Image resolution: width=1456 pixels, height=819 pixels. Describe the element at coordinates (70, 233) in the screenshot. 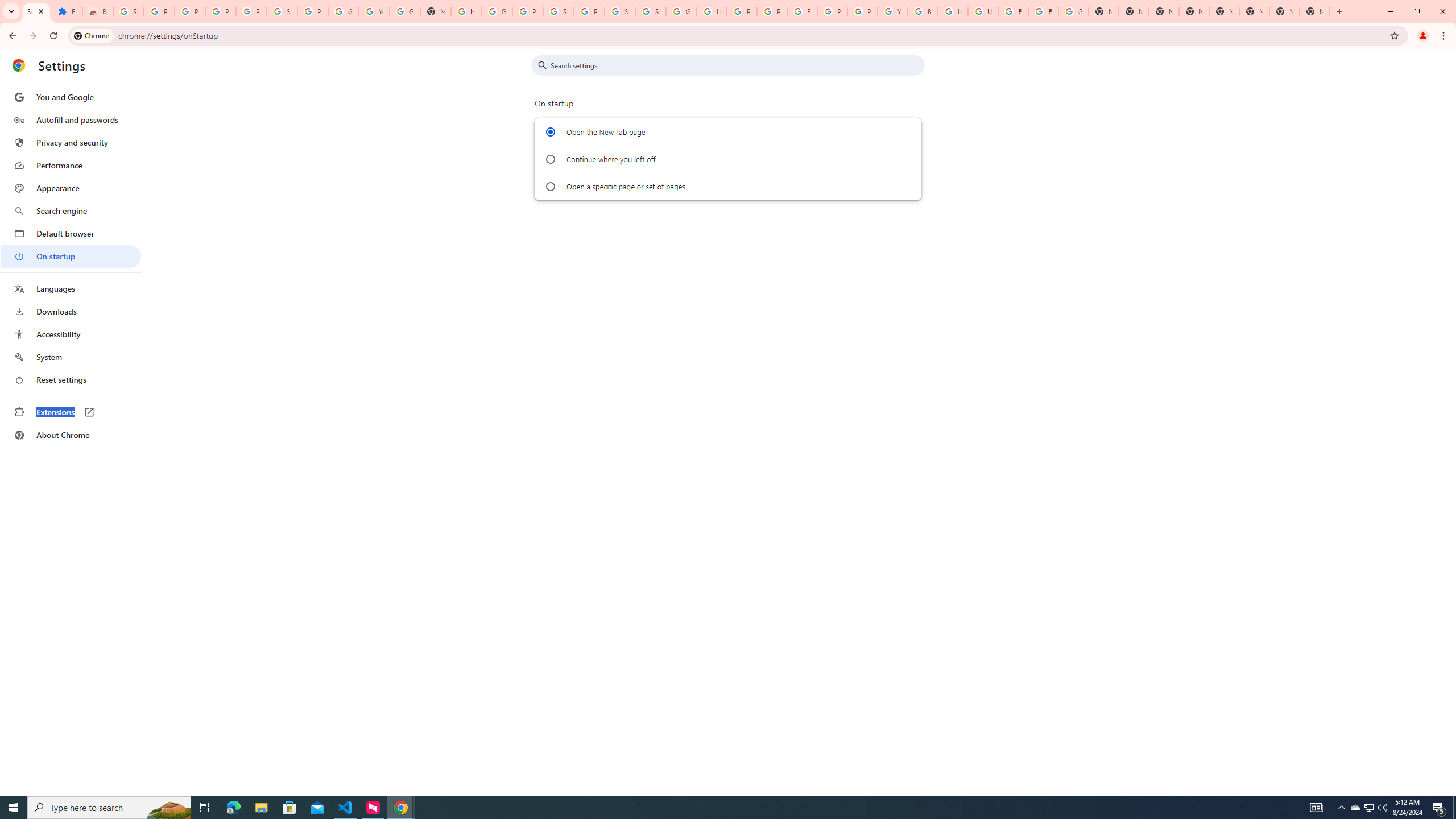

I see `'Default browser'` at that location.